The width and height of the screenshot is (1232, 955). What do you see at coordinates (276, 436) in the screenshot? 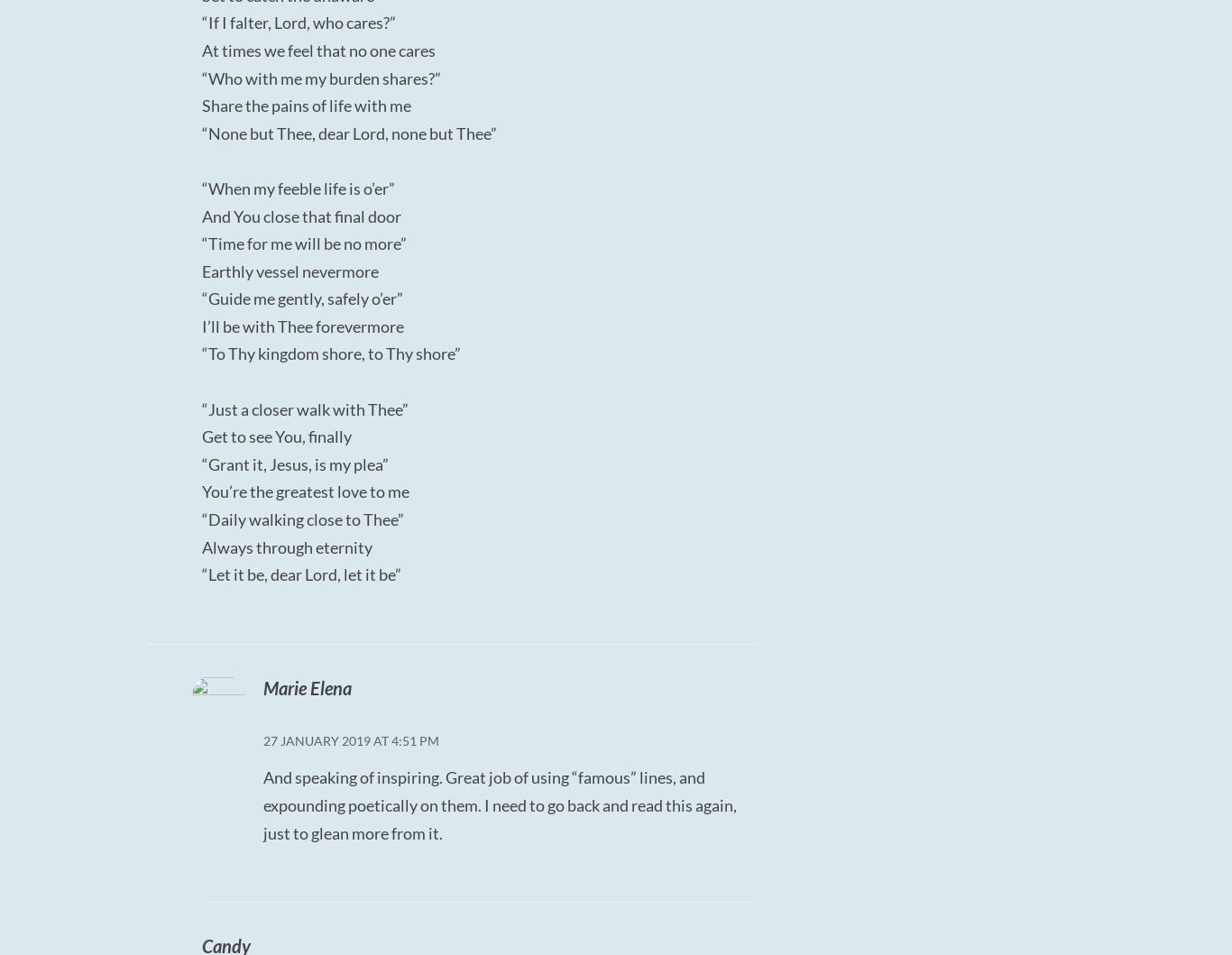
I see `'Get to see You, finally'` at bounding box center [276, 436].